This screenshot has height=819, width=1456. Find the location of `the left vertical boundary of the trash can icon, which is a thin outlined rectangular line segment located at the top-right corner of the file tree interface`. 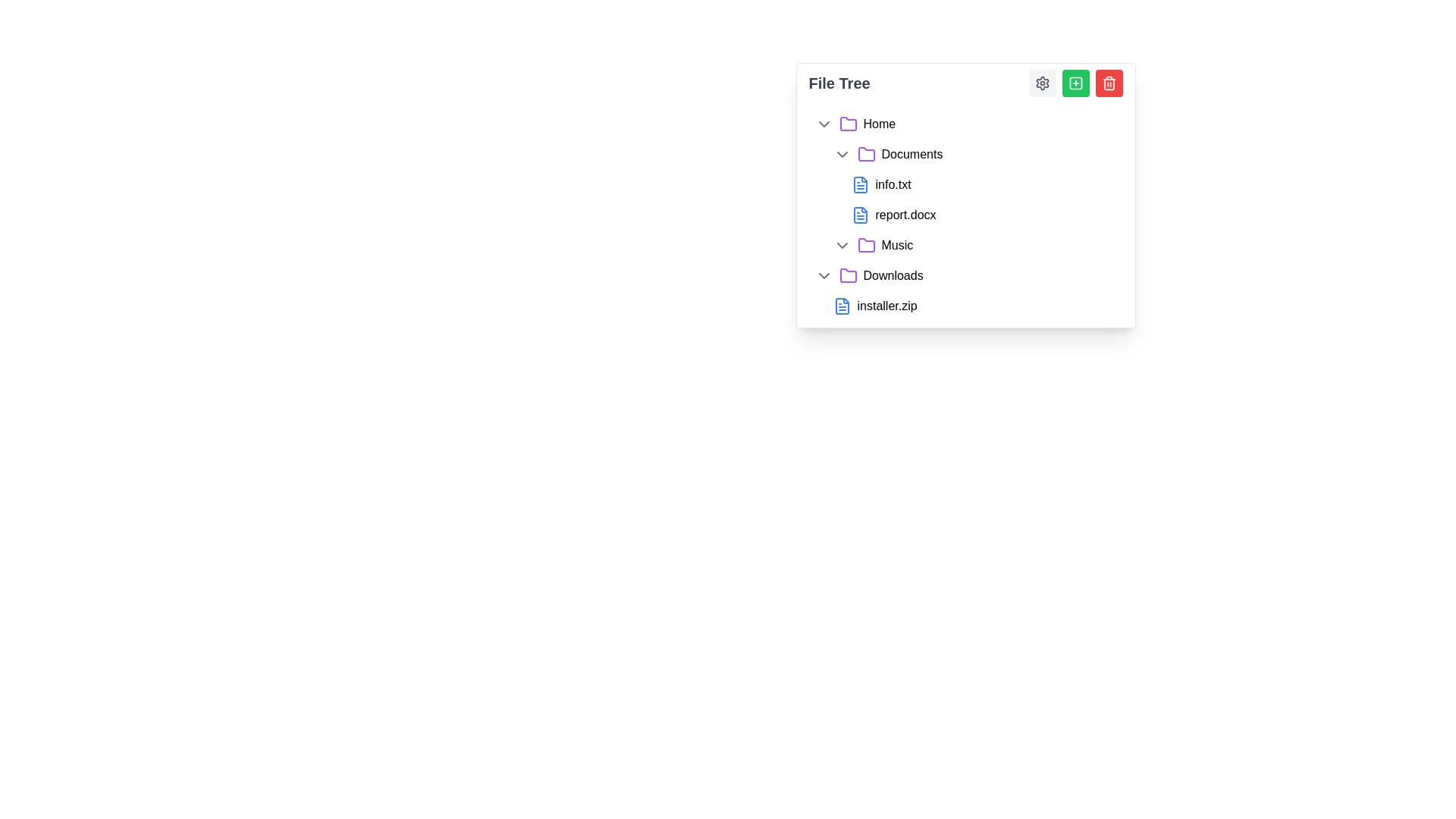

the left vertical boundary of the trash can icon, which is a thin outlined rectangular line segment located at the top-right corner of the file tree interface is located at coordinates (1109, 84).